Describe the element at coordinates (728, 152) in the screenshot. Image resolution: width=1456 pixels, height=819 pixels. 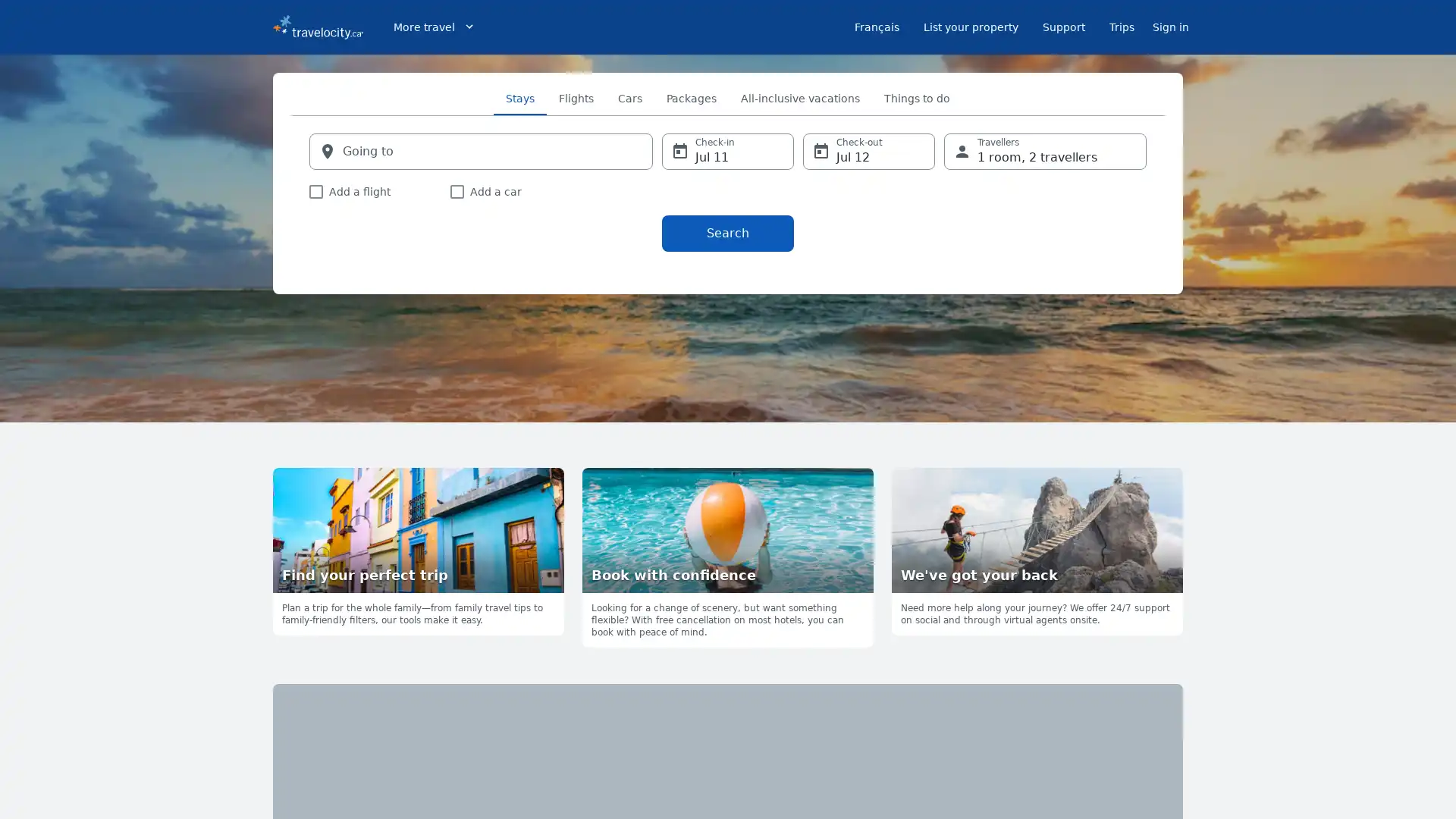
I see `Check-in July 11, 2022` at that location.